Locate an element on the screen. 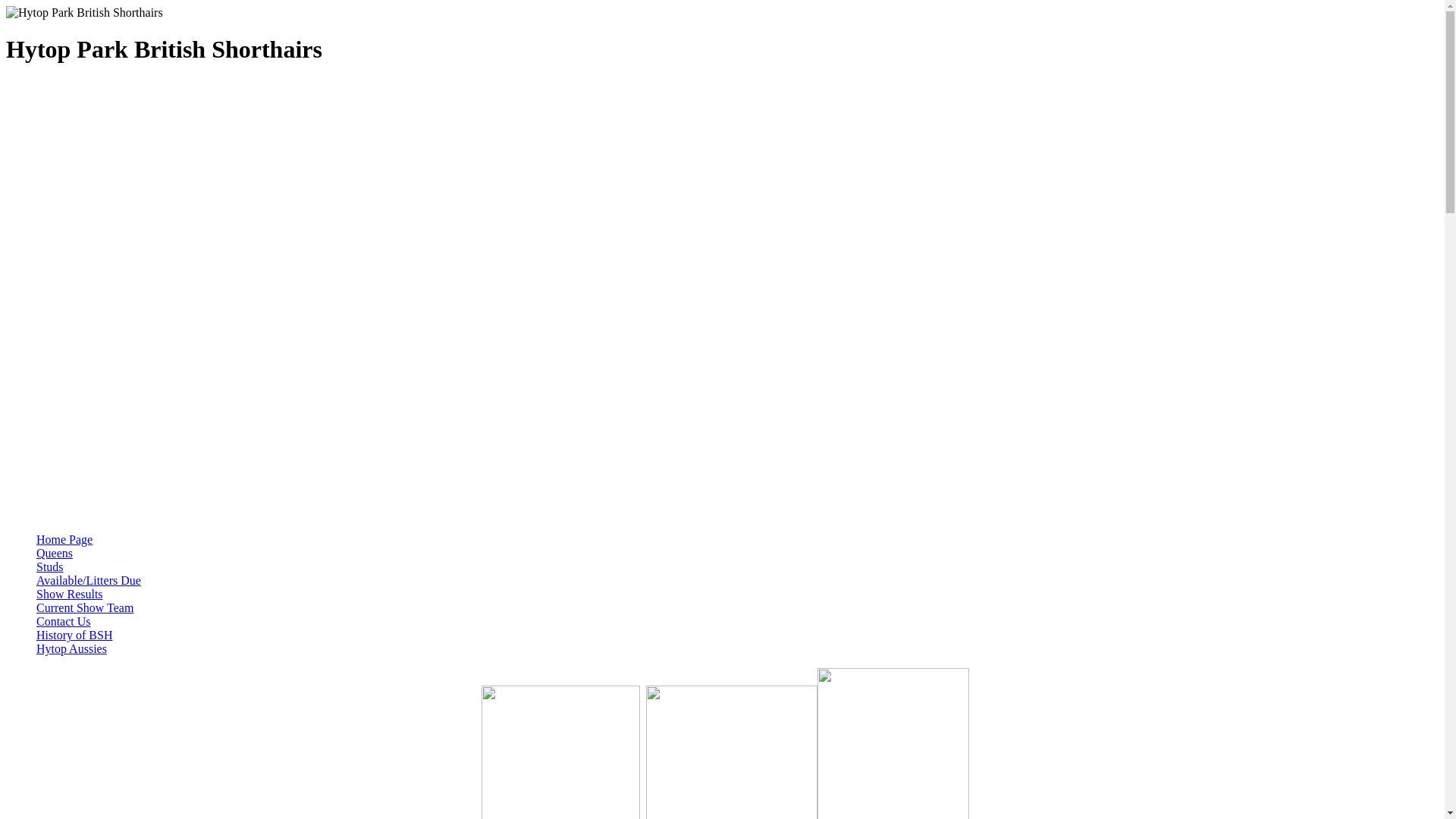 This screenshot has height=819, width=1456. 'Current Show Team' is located at coordinates (83, 607).